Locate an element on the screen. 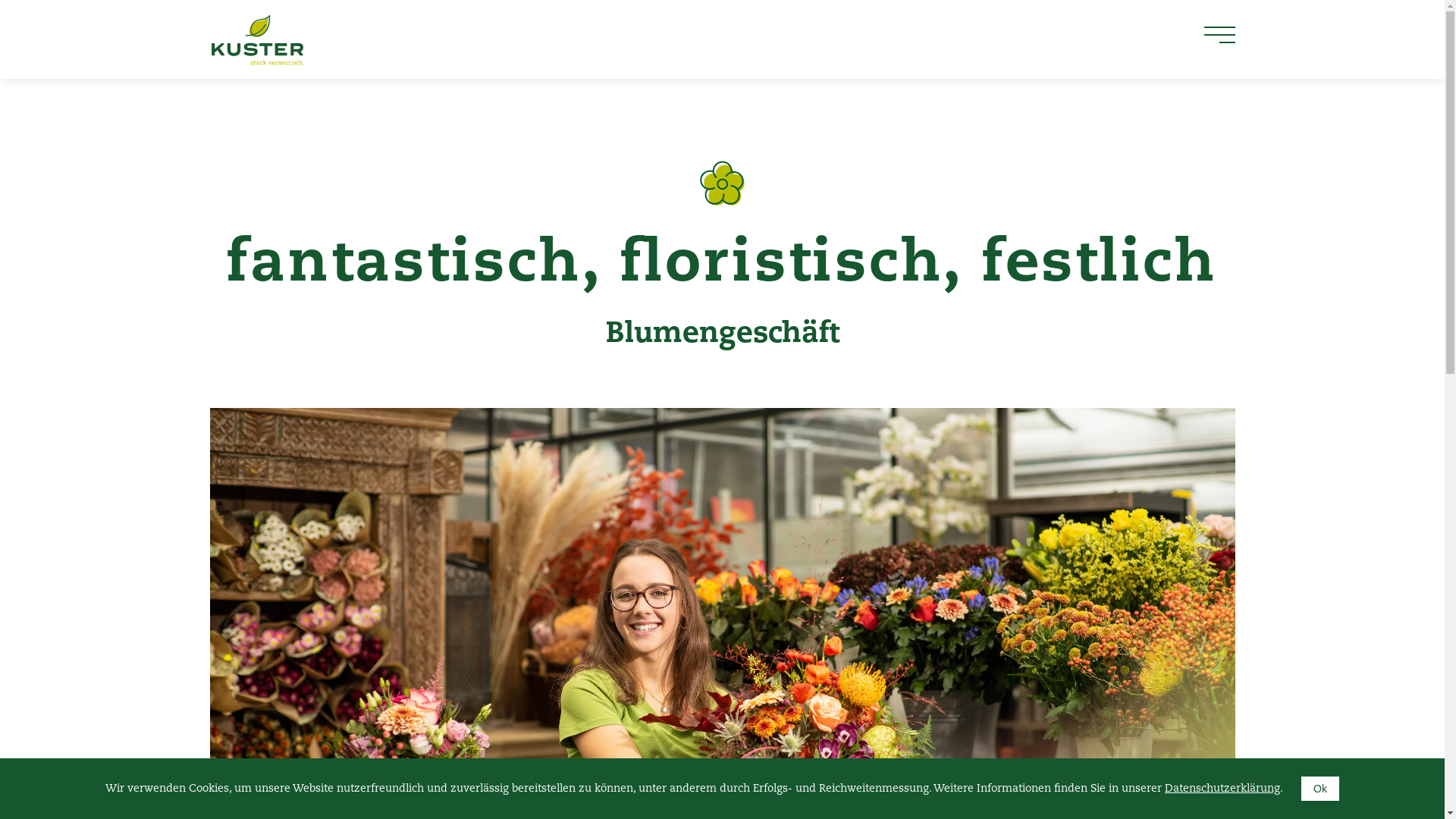 This screenshot has height=819, width=1456. 'Home' is located at coordinates (208, 38).